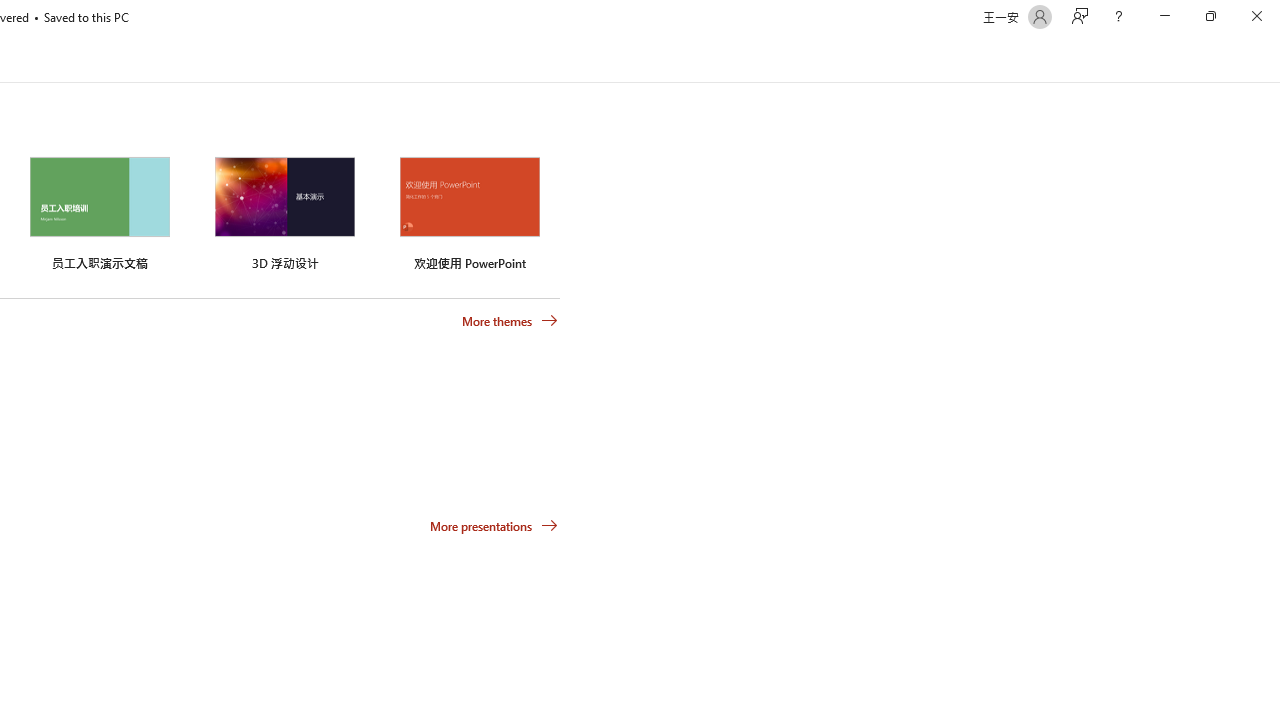  Describe the element at coordinates (510, 320) in the screenshot. I see `'More themes'` at that location.